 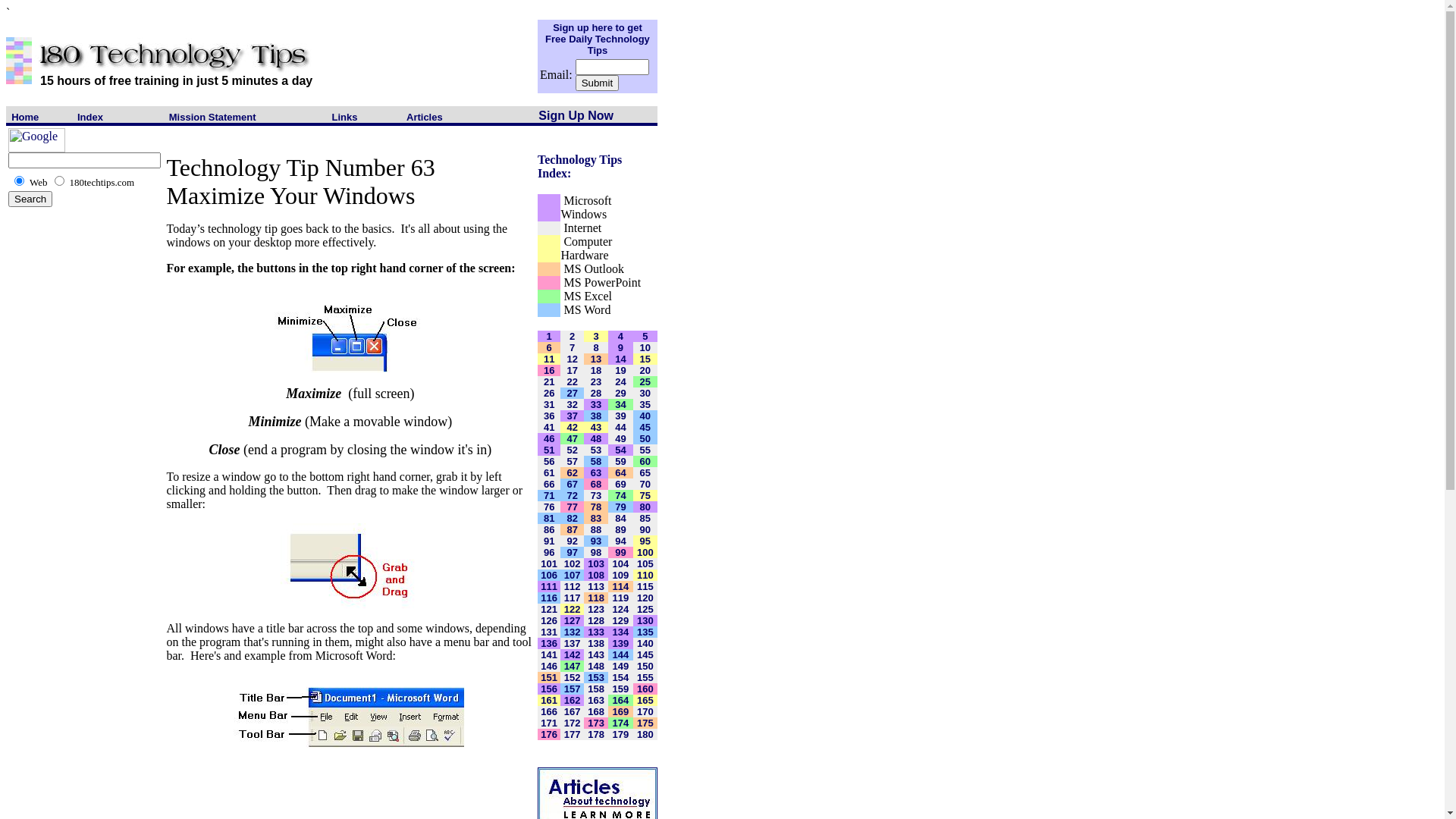 What do you see at coordinates (595, 472) in the screenshot?
I see `'63'` at bounding box center [595, 472].